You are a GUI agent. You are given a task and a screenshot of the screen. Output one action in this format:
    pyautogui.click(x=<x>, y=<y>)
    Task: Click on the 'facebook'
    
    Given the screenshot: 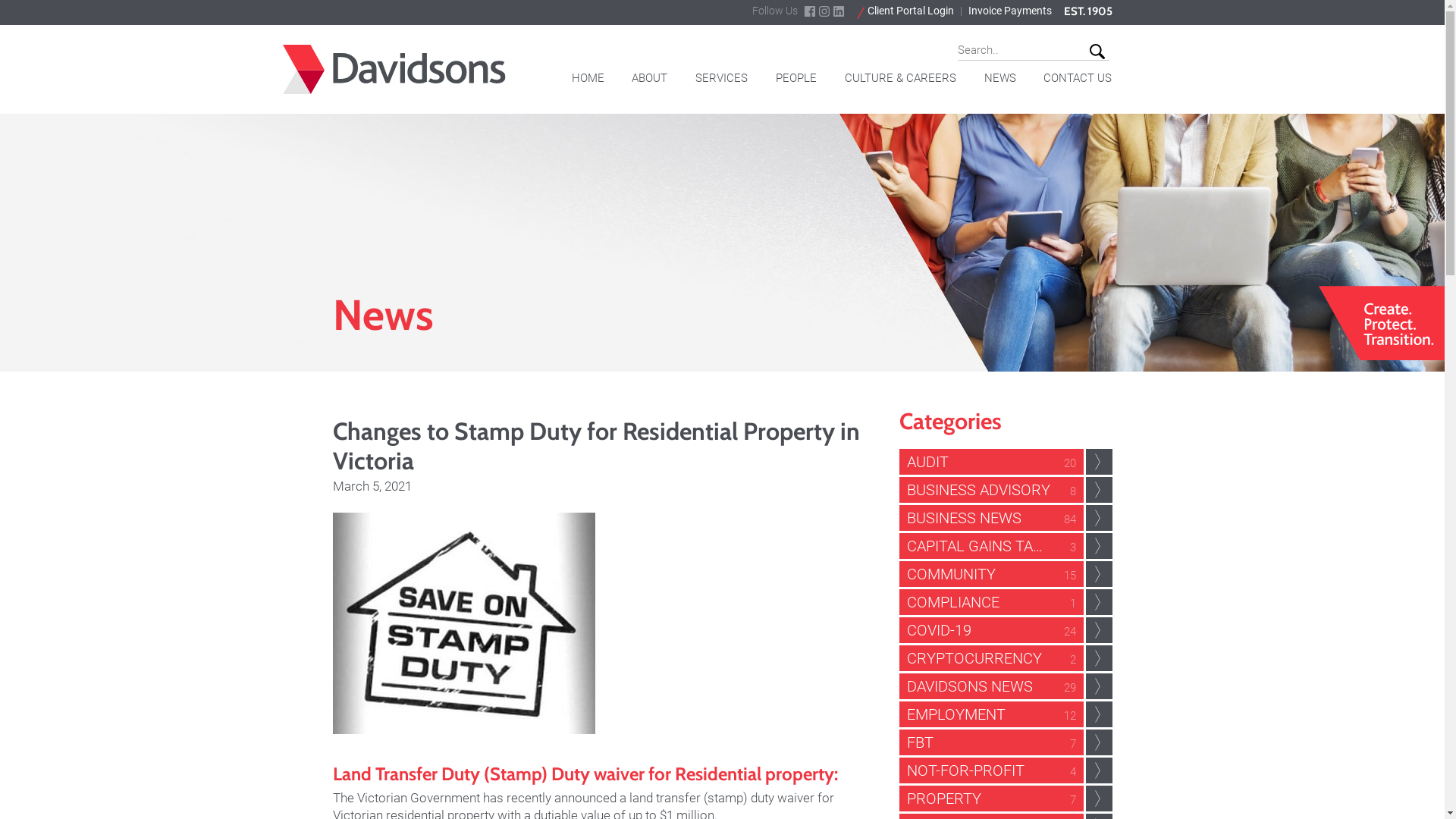 What is the action you would take?
    pyautogui.click(x=803, y=11)
    